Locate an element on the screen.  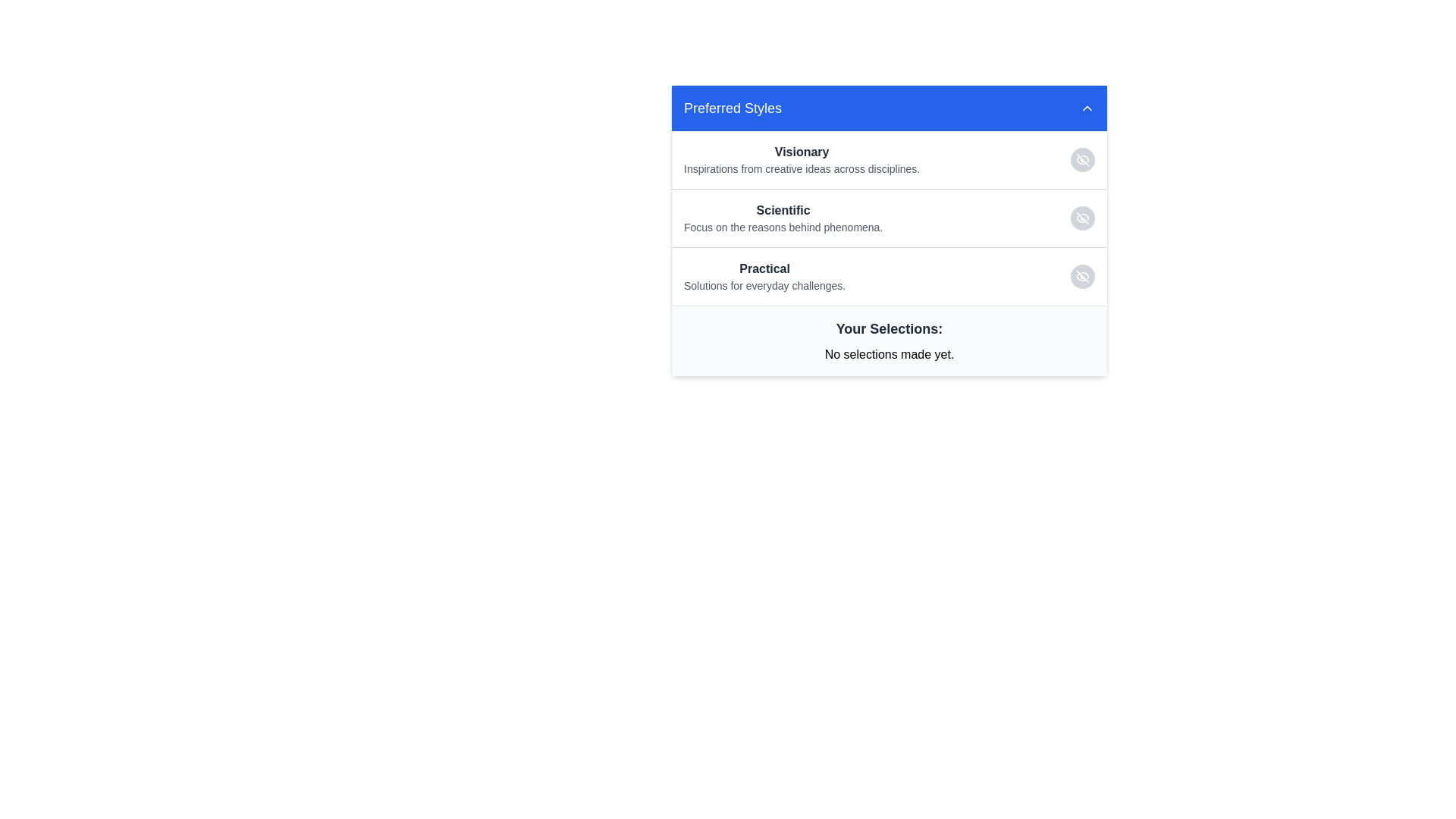
the circular visibility toggle button with a gray background and a white eye-like symbol is located at coordinates (1082, 277).